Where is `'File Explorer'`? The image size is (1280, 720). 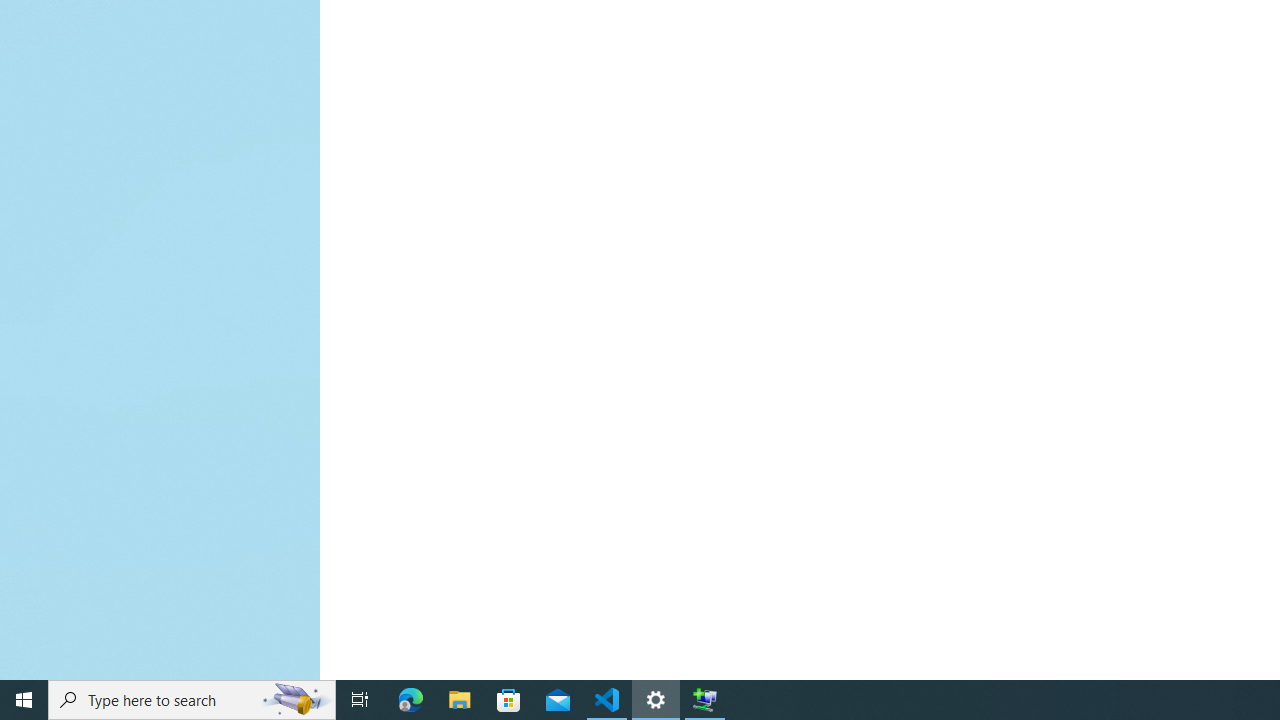 'File Explorer' is located at coordinates (459, 698).